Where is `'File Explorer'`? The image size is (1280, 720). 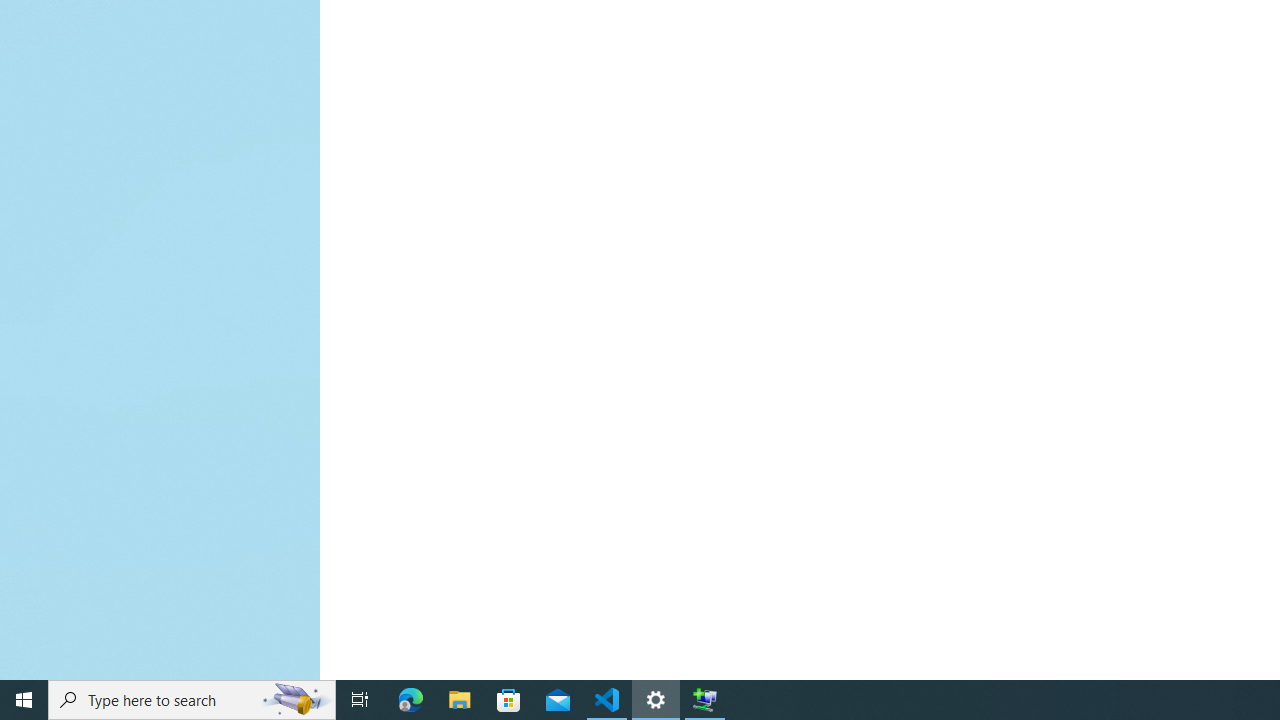 'File Explorer' is located at coordinates (459, 698).